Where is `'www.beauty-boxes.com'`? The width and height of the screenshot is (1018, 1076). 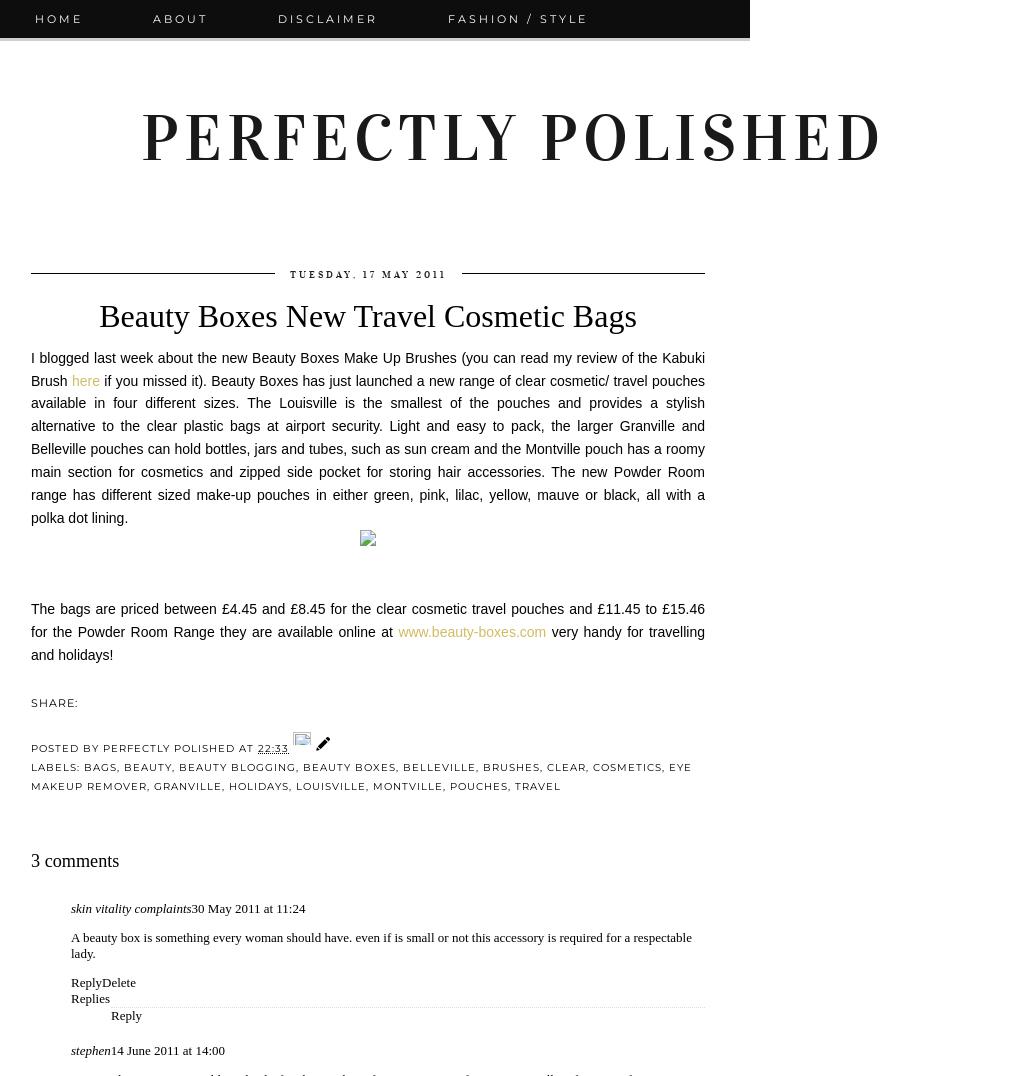
'www.beauty-boxes.com' is located at coordinates (398, 631).